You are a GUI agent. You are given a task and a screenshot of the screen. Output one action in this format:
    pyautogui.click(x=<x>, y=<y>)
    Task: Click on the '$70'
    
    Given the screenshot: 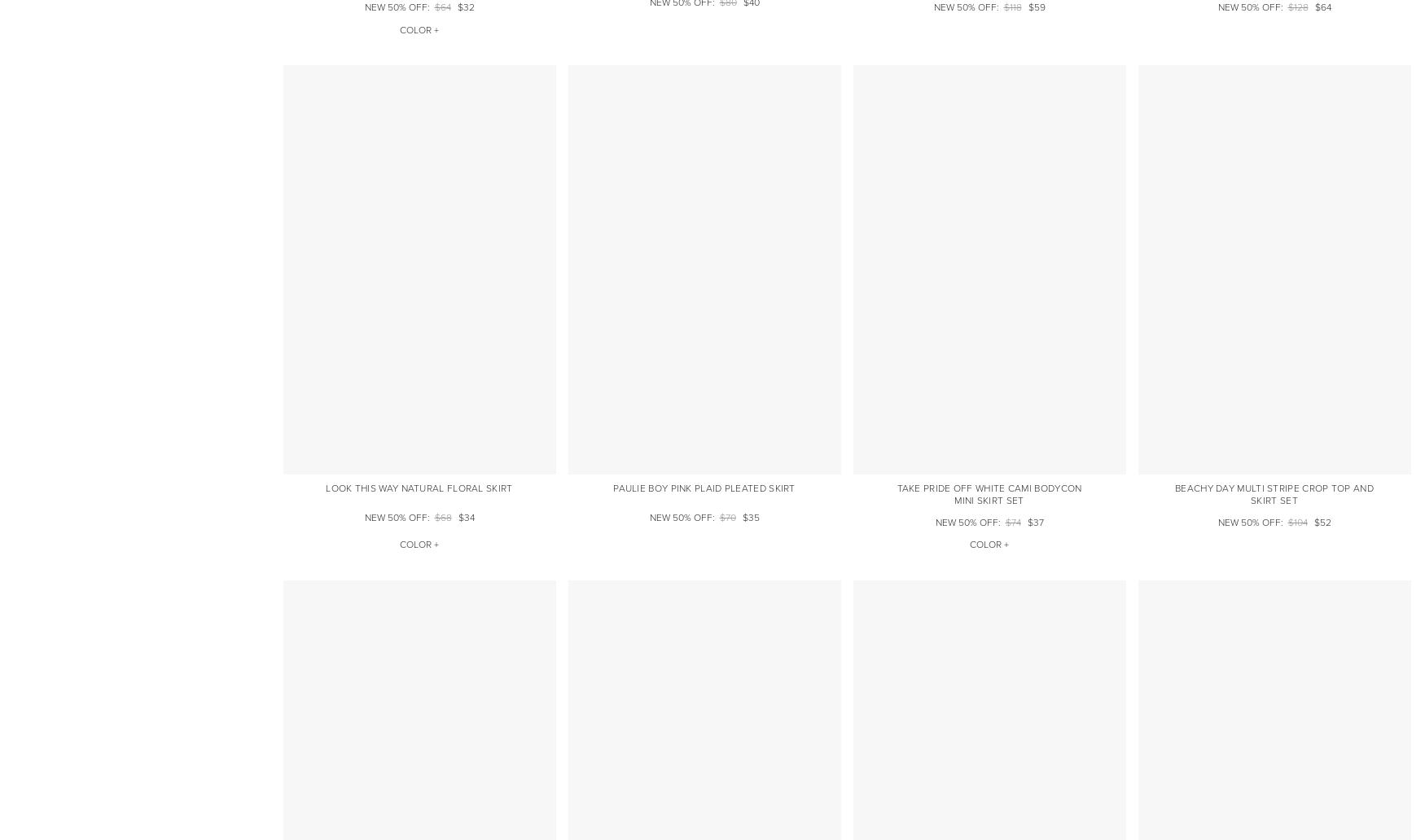 What is the action you would take?
    pyautogui.click(x=726, y=517)
    